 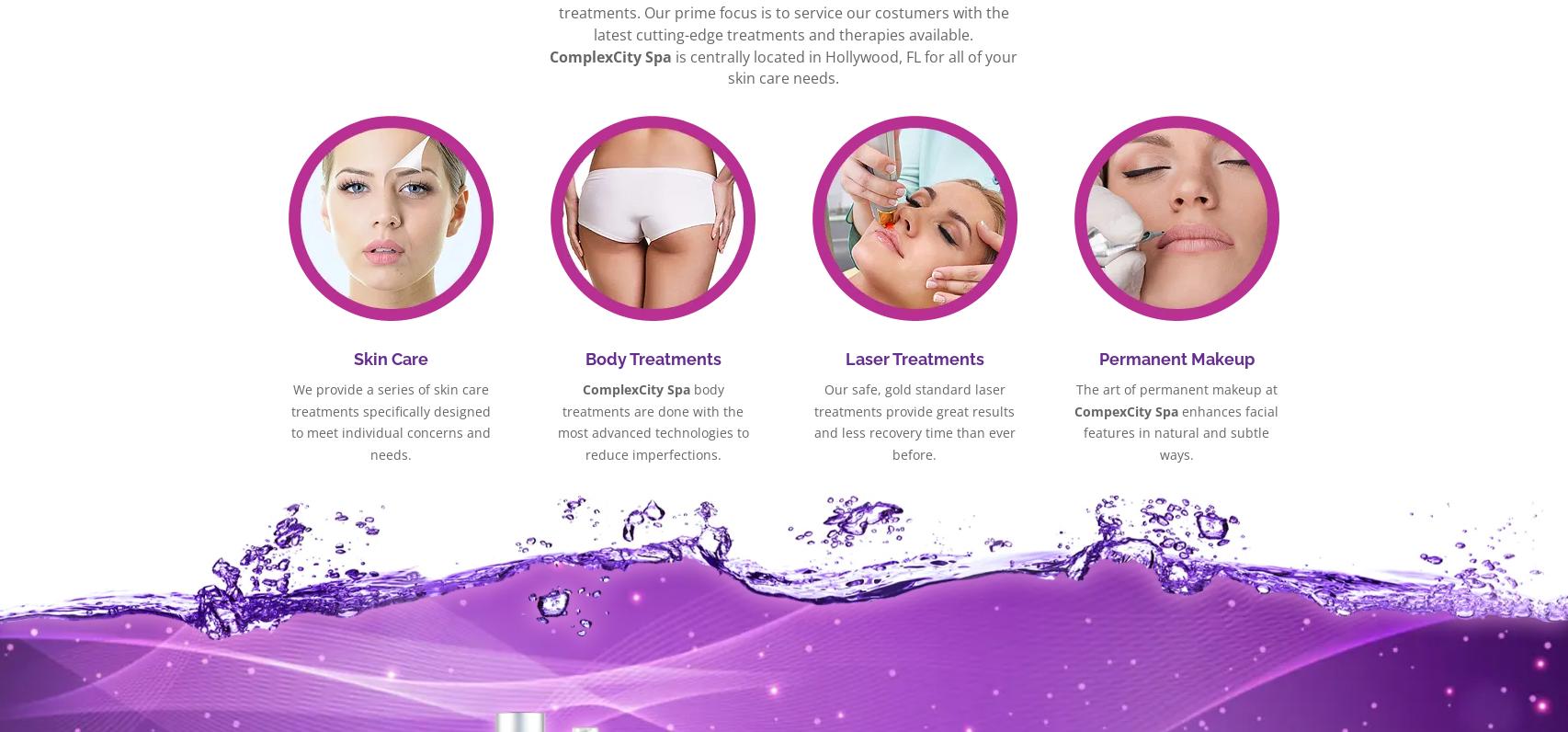 I want to click on 'Permanent Makeup', so click(x=1176, y=359).